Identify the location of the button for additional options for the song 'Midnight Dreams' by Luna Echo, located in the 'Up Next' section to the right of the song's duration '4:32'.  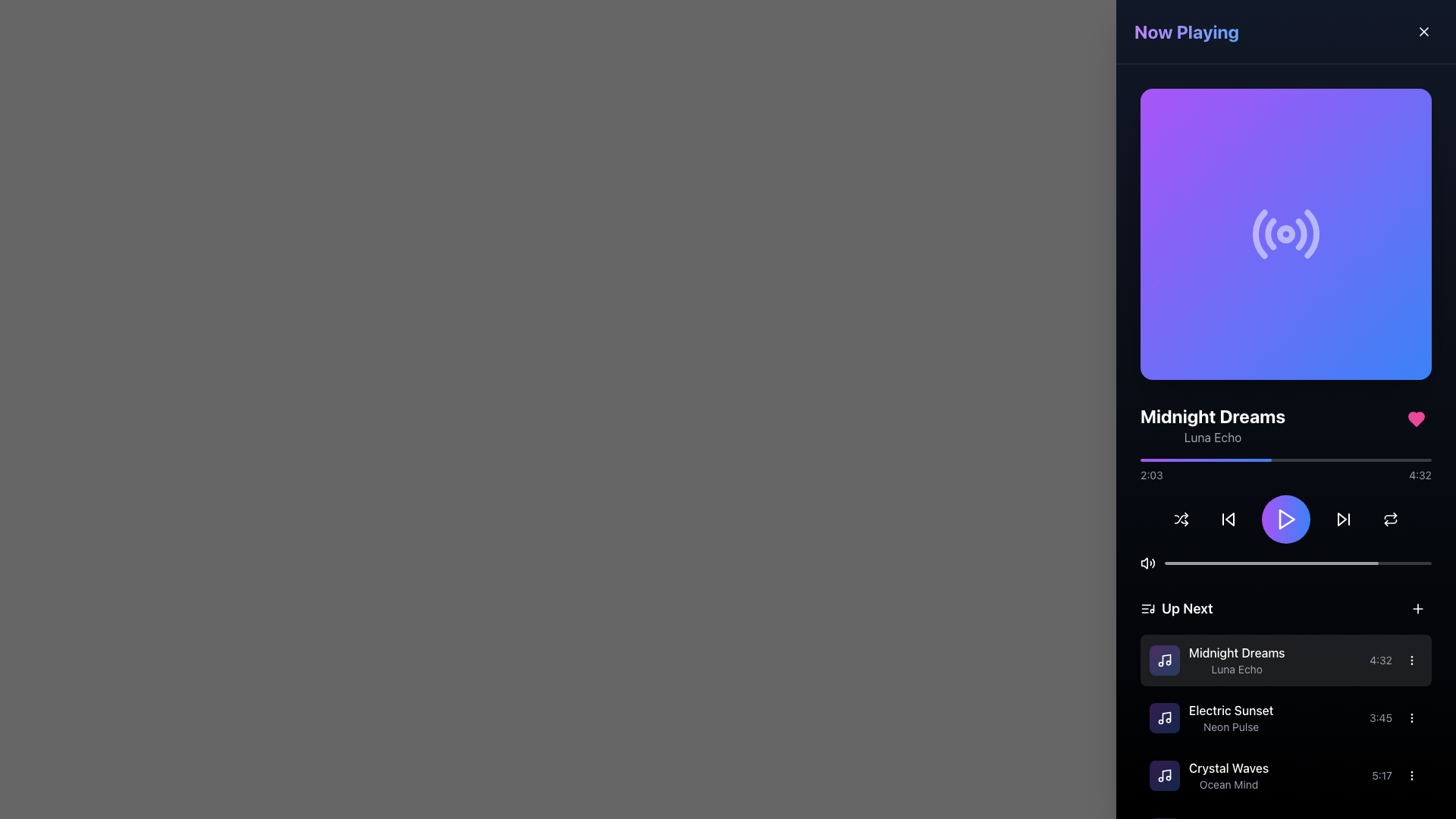
(1411, 660).